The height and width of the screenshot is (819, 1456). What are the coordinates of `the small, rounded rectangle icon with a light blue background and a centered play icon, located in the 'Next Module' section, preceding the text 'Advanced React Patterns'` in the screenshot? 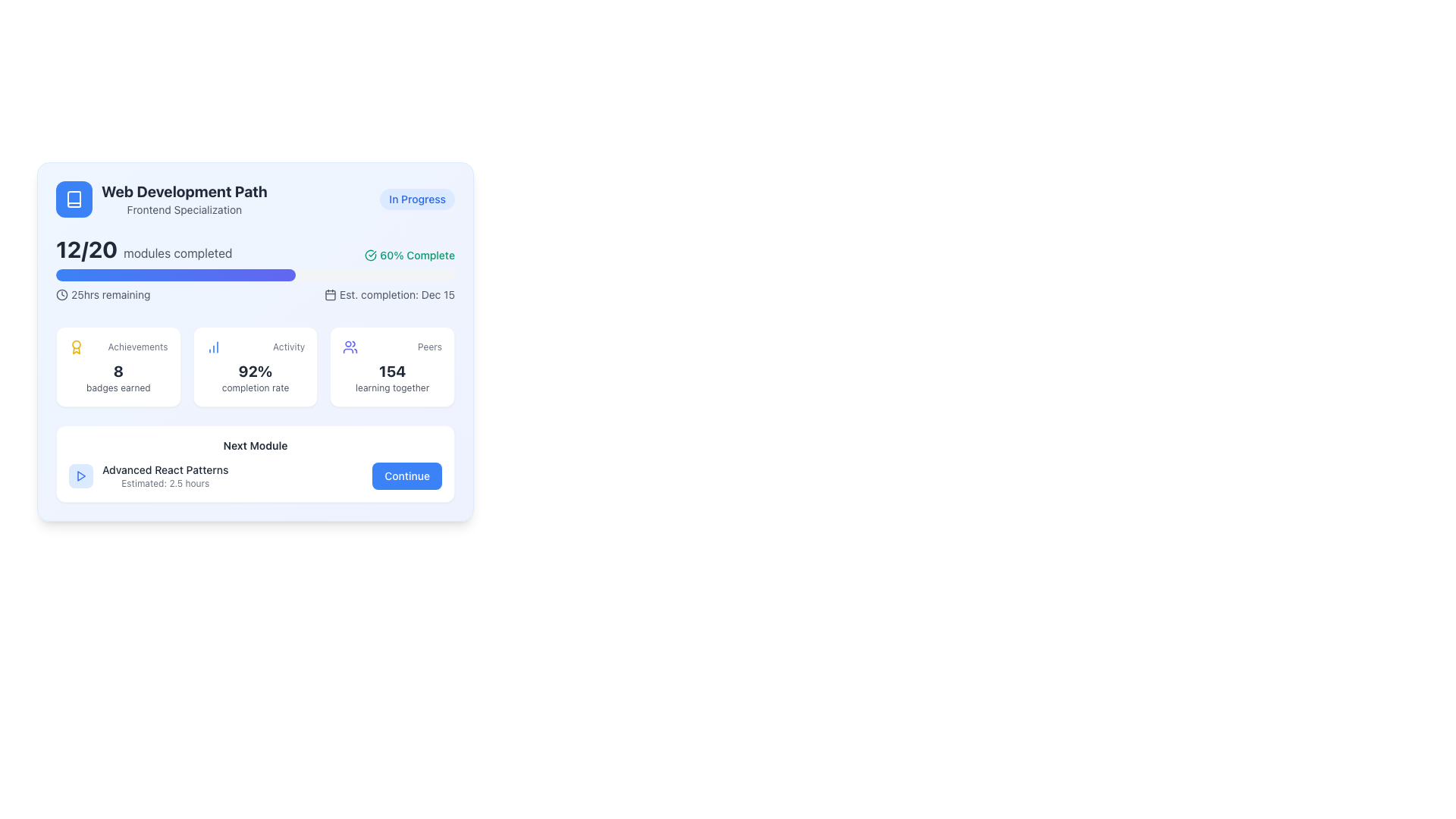 It's located at (80, 475).